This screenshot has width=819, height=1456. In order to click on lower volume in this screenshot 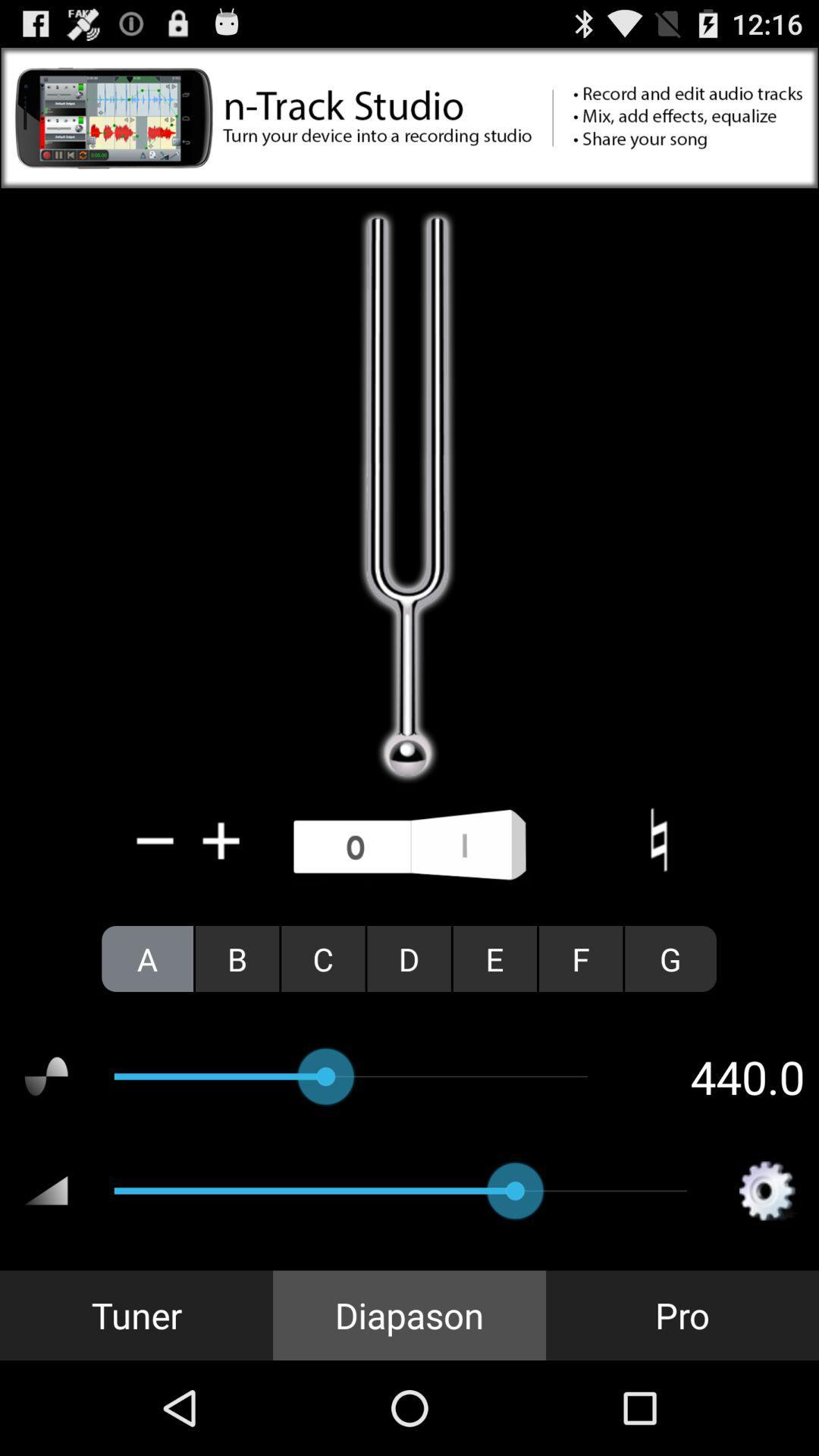, I will do `click(155, 839)`.